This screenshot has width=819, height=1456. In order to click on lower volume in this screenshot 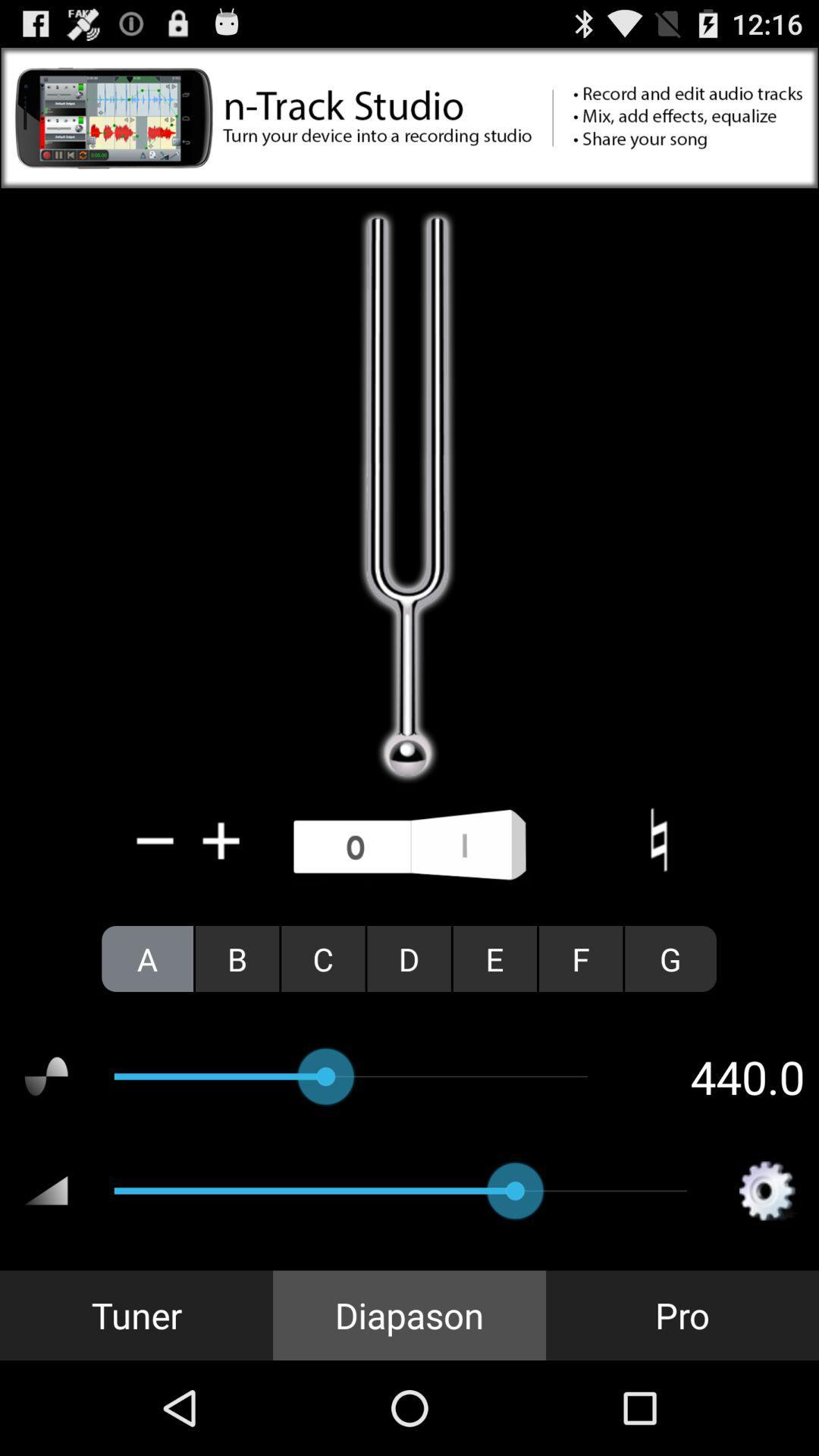, I will do `click(155, 839)`.